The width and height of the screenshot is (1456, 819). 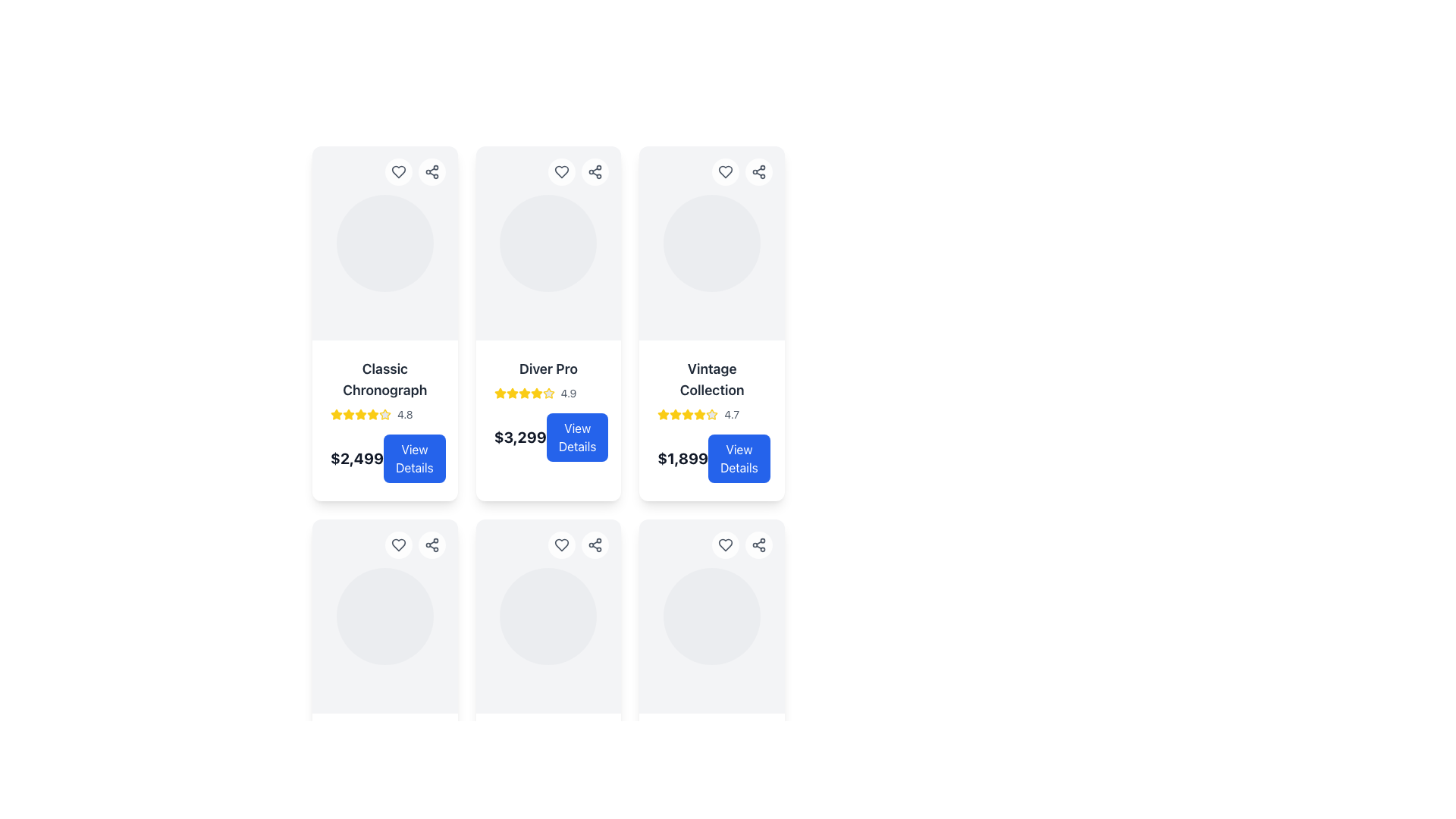 I want to click on the fourth star icon in the rating system of the 'Vintage Collection' card, which is a five-pointed star with a yellow fill, so click(x=699, y=415).